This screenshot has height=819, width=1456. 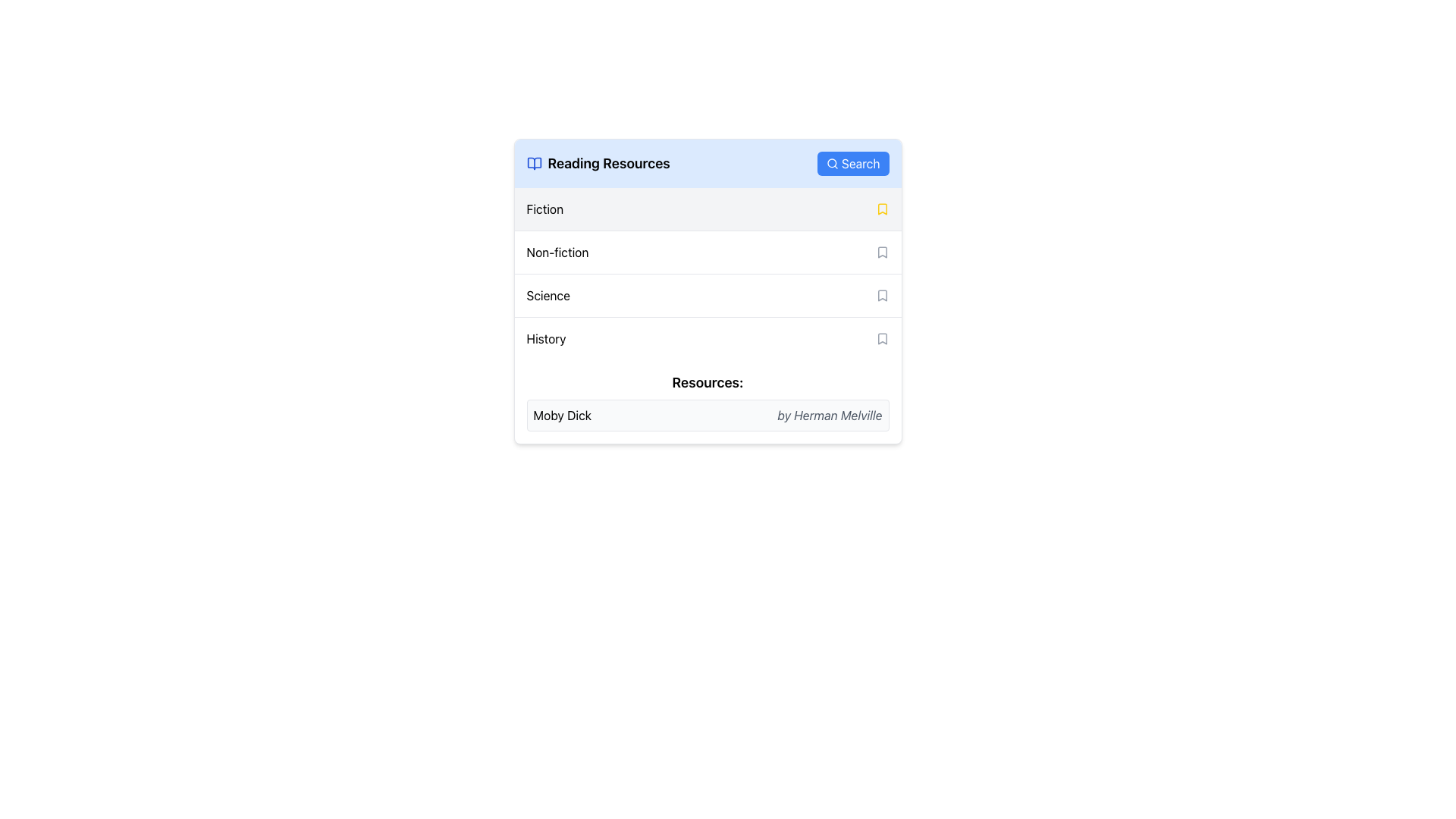 I want to click on the third list item labeled 'Science' in the 'Reading Resources' section to trigger a highlight or tooltip, so click(x=707, y=274).